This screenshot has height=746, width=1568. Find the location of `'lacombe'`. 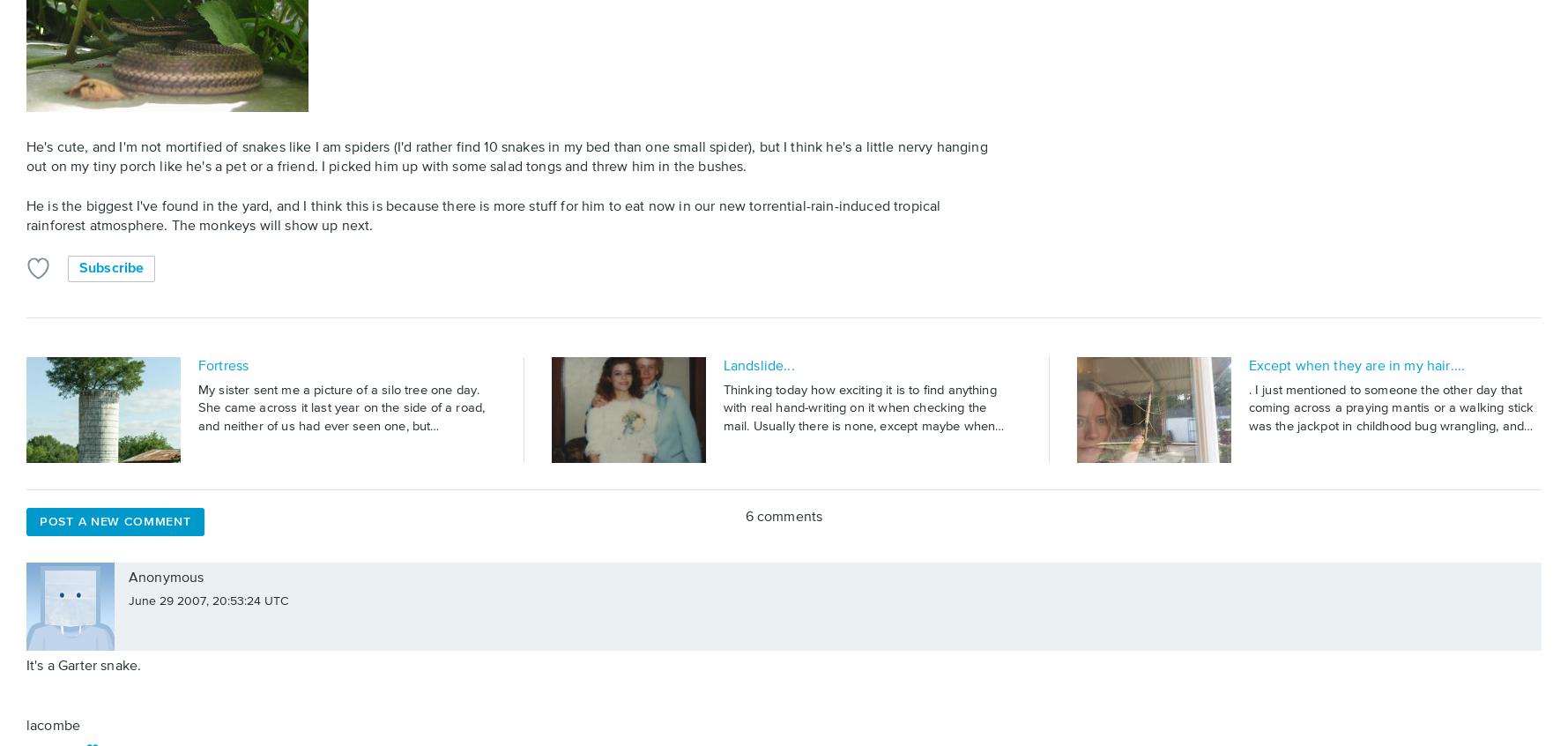

'lacombe' is located at coordinates (53, 725).